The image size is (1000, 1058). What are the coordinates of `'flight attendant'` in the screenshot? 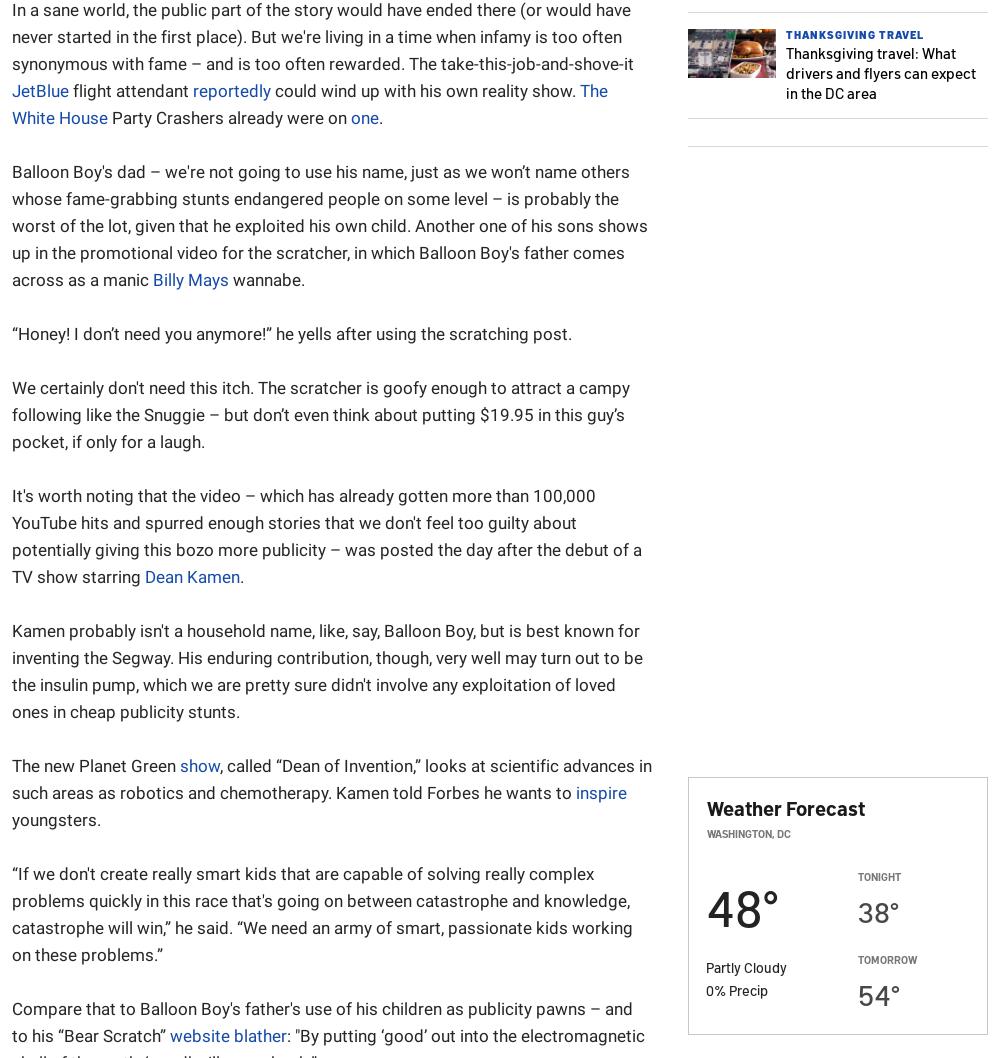 It's located at (131, 89).